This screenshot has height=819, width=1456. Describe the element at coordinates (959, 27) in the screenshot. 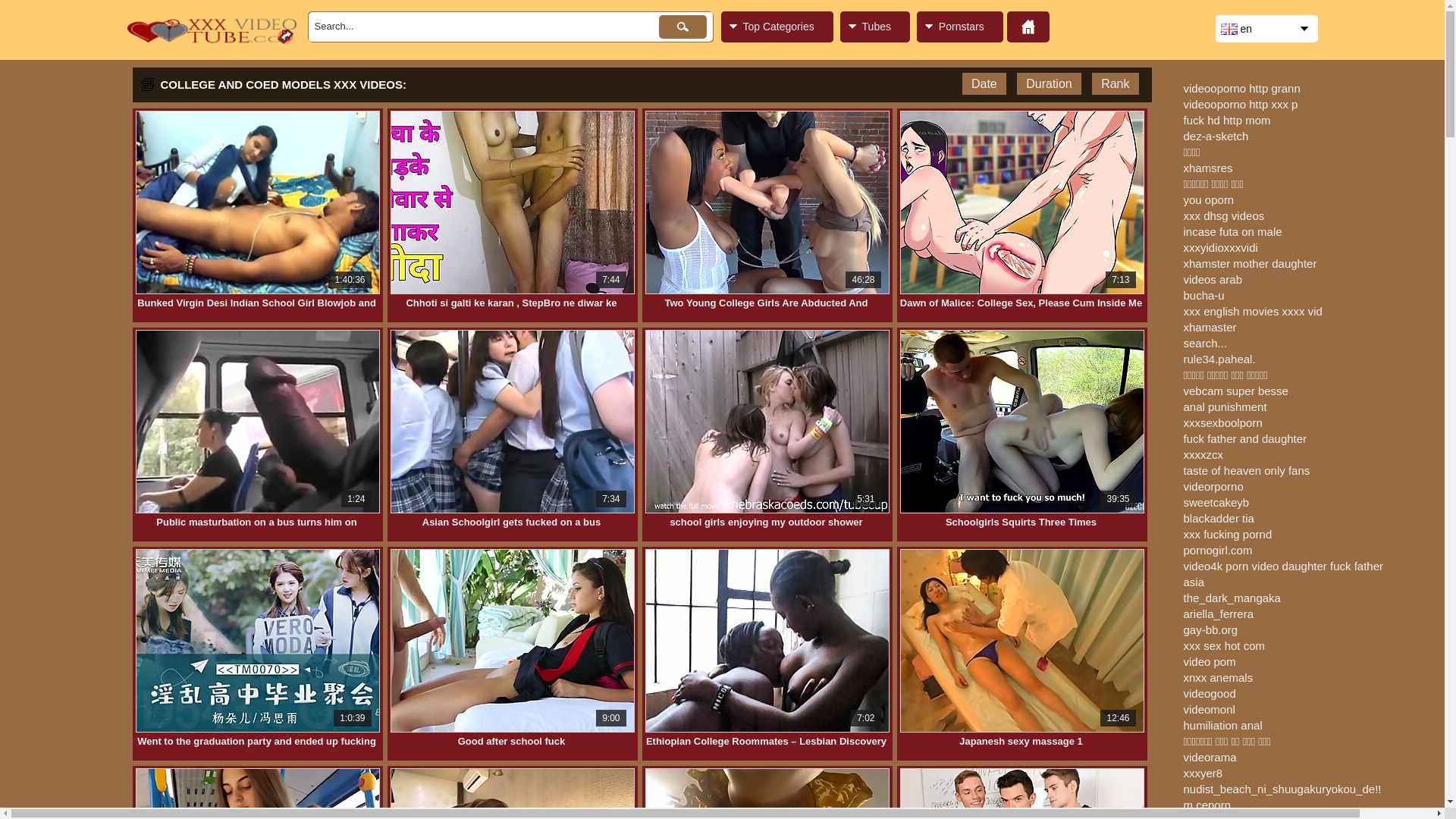

I see `'Pornstars'` at that location.